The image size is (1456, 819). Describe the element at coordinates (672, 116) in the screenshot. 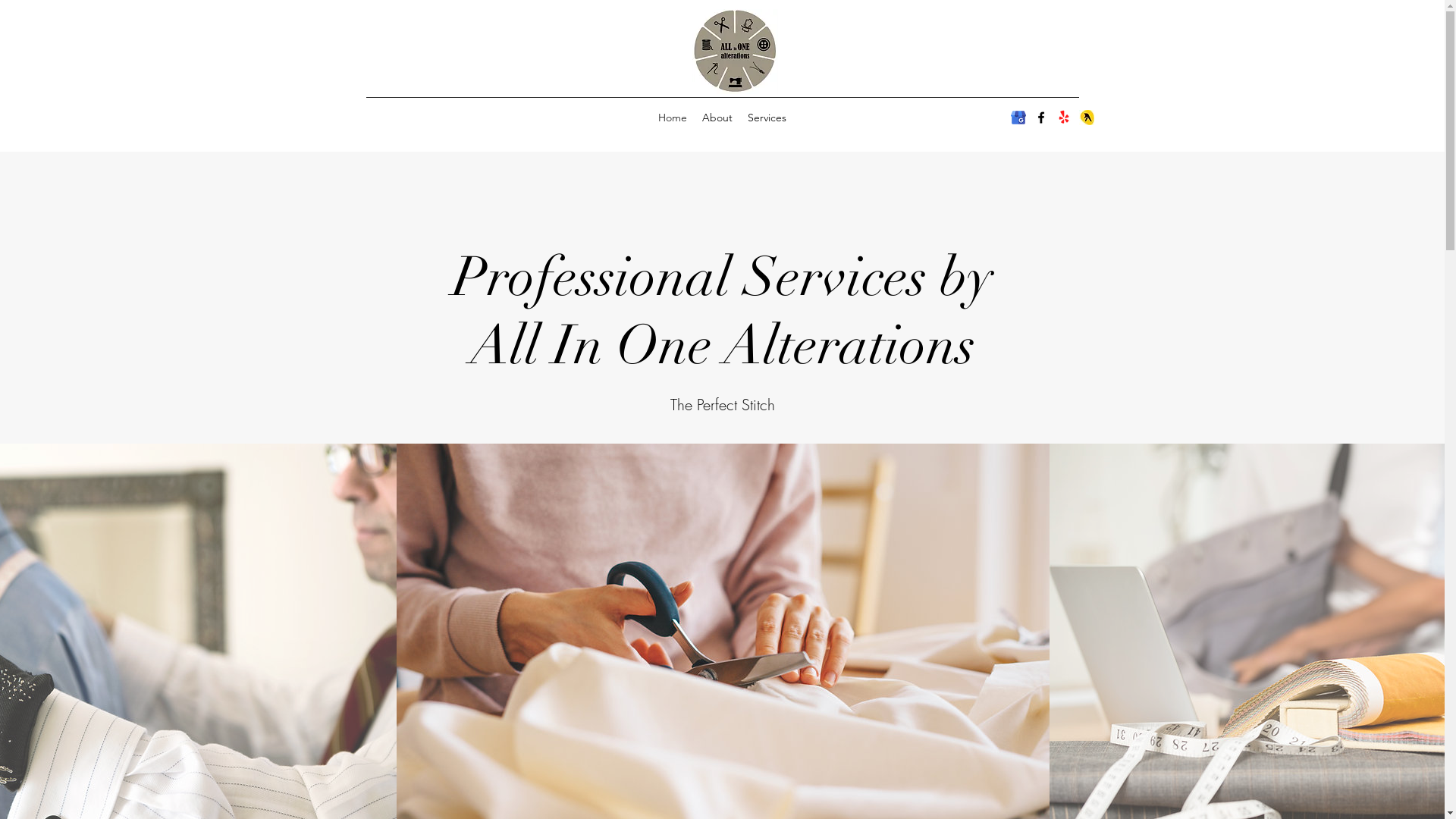

I see `'Home'` at that location.